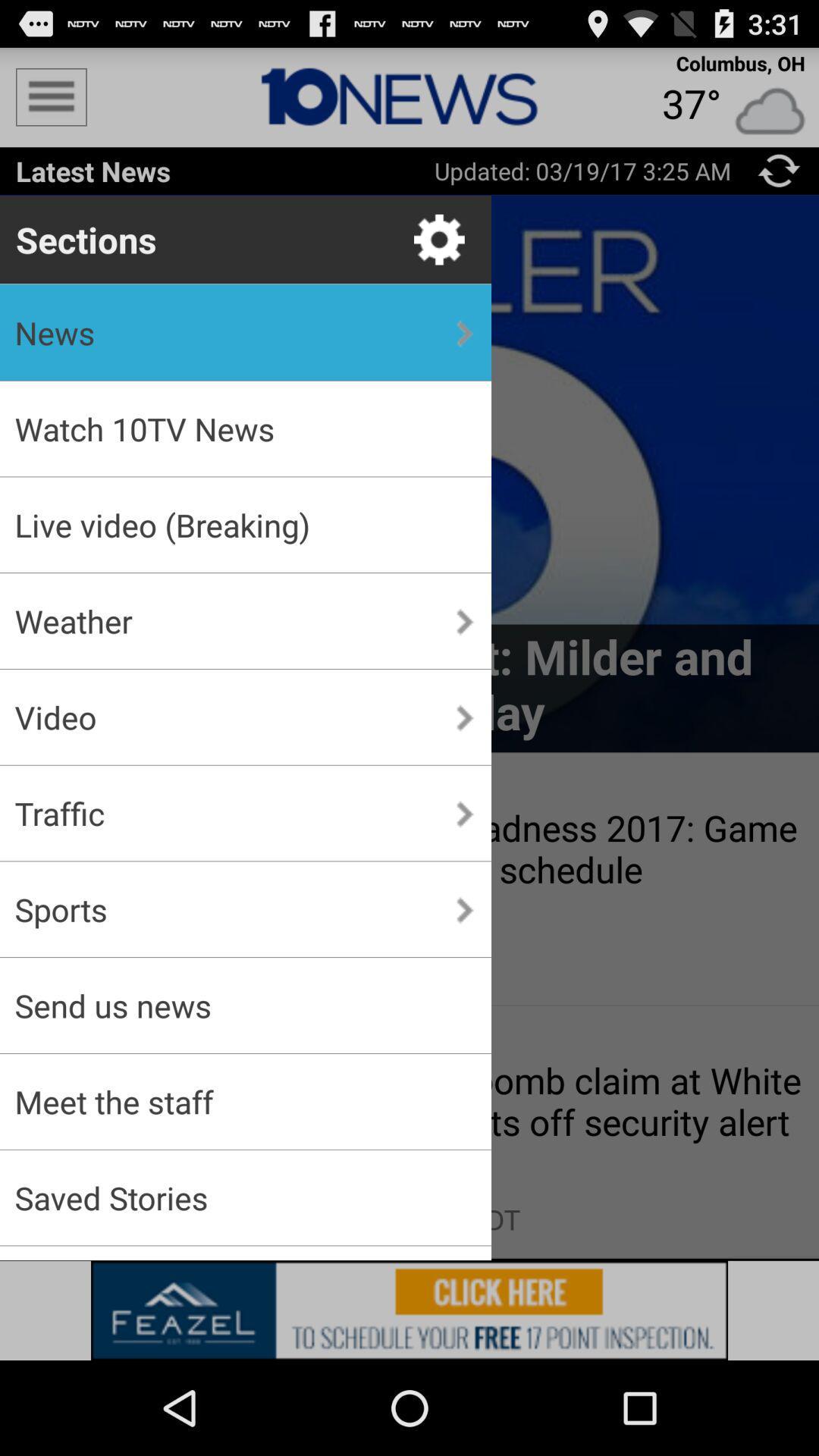 Image resolution: width=819 pixels, height=1456 pixels. Describe the element at coordinates (439, 256) in the screenshot. I see `the settings icon` at that location.